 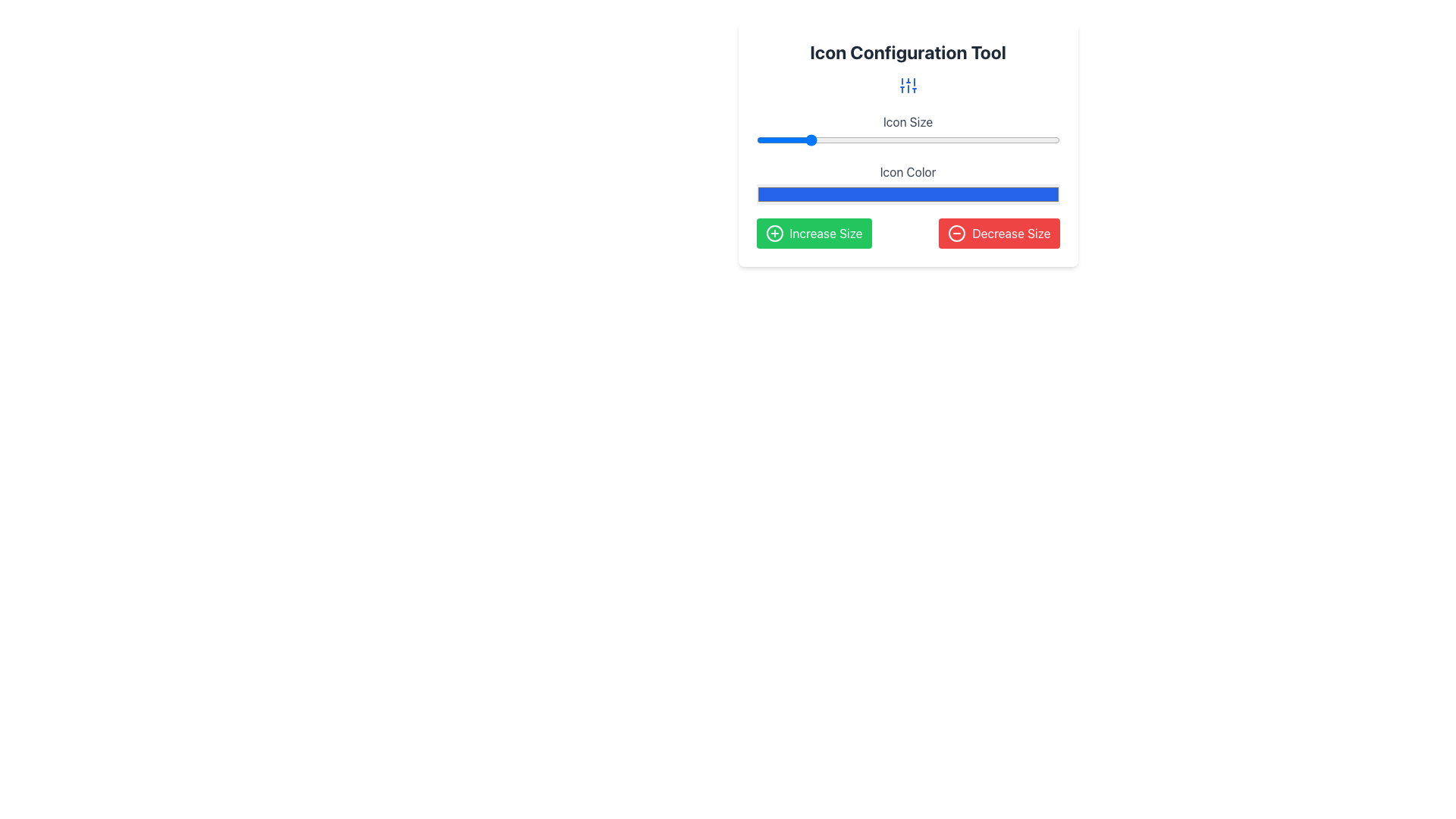 What do you see at coordinates (908, 140) in the screenshot?
I see `icon size` at bounding box center [908, 140].